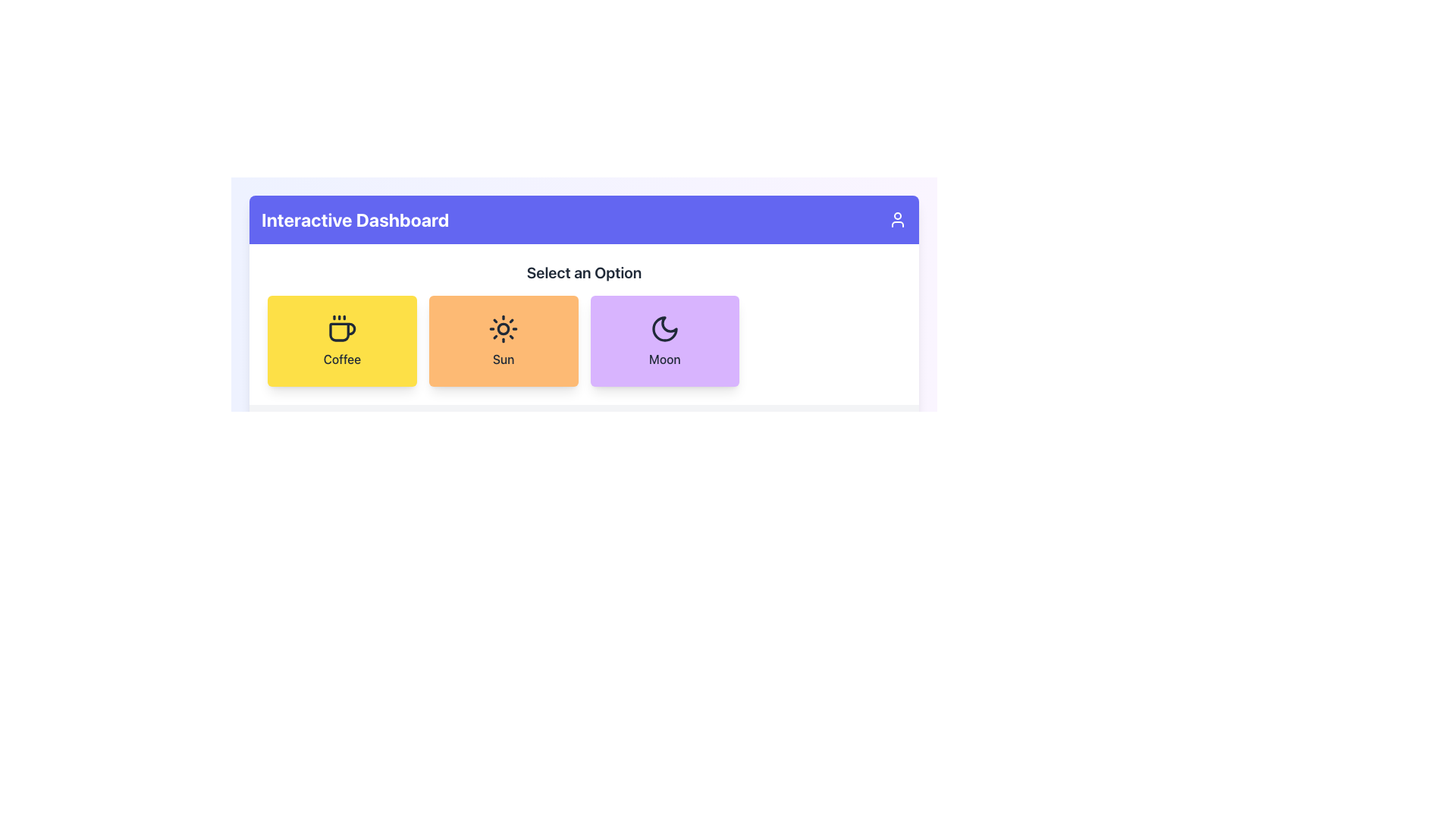  I want to click on the button labeled 'Sun', so click(504, 341).